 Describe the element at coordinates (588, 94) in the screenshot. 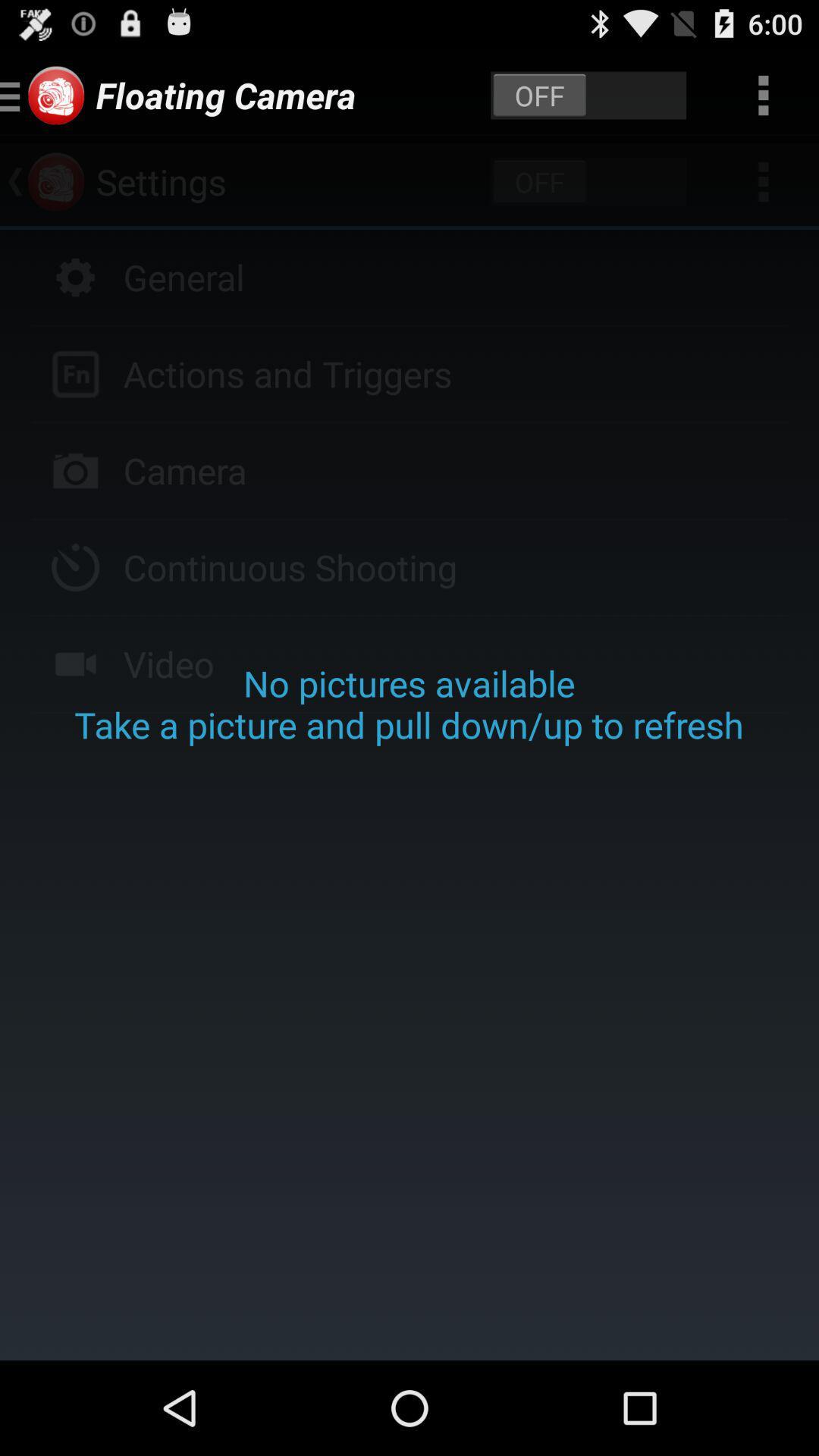

I see `on and off` at that location.